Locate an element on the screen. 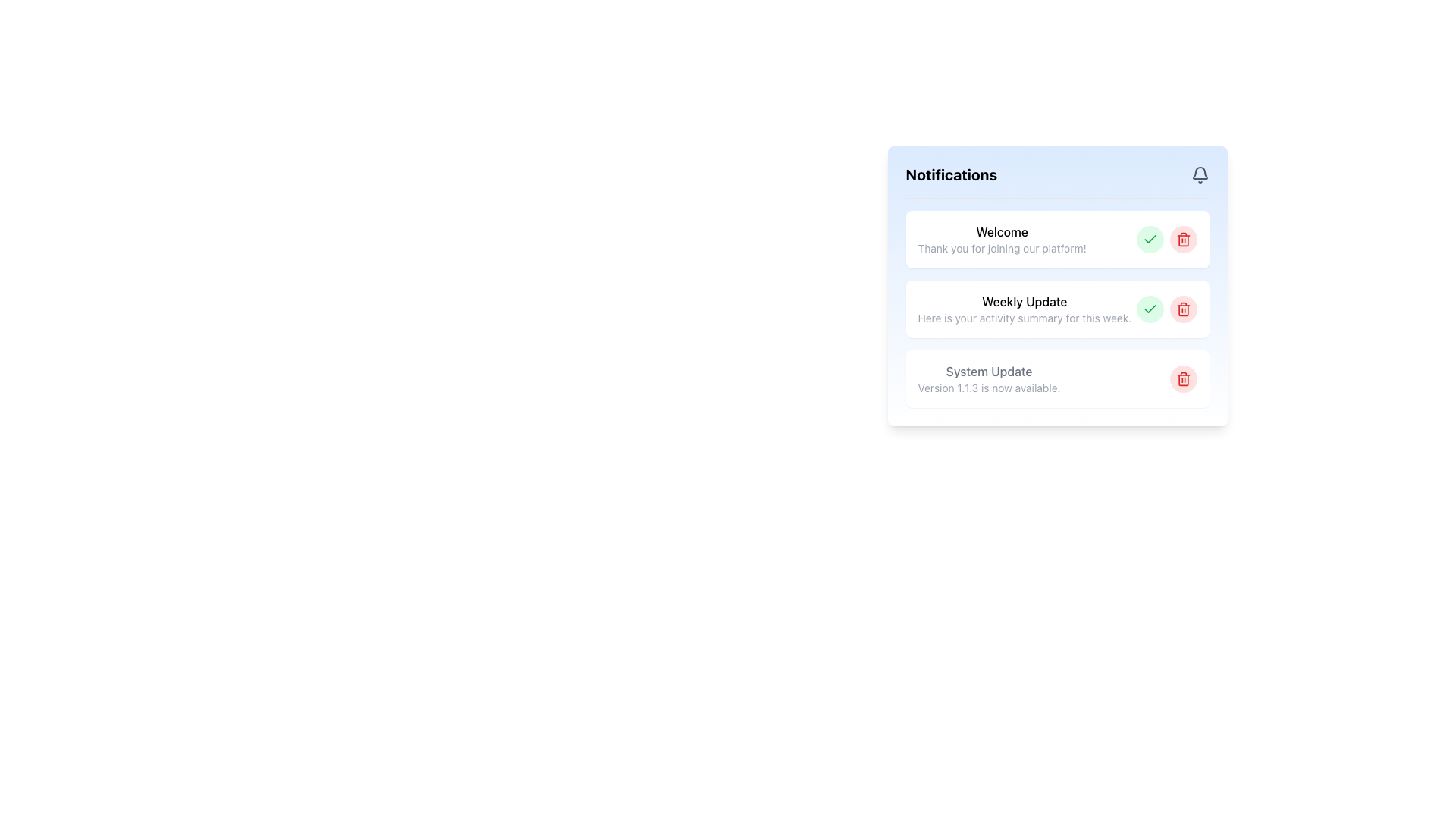  the red trash can icon button located in the upper-right corner of the 'Welcome' notification card is located at coordinates (1182, 239).